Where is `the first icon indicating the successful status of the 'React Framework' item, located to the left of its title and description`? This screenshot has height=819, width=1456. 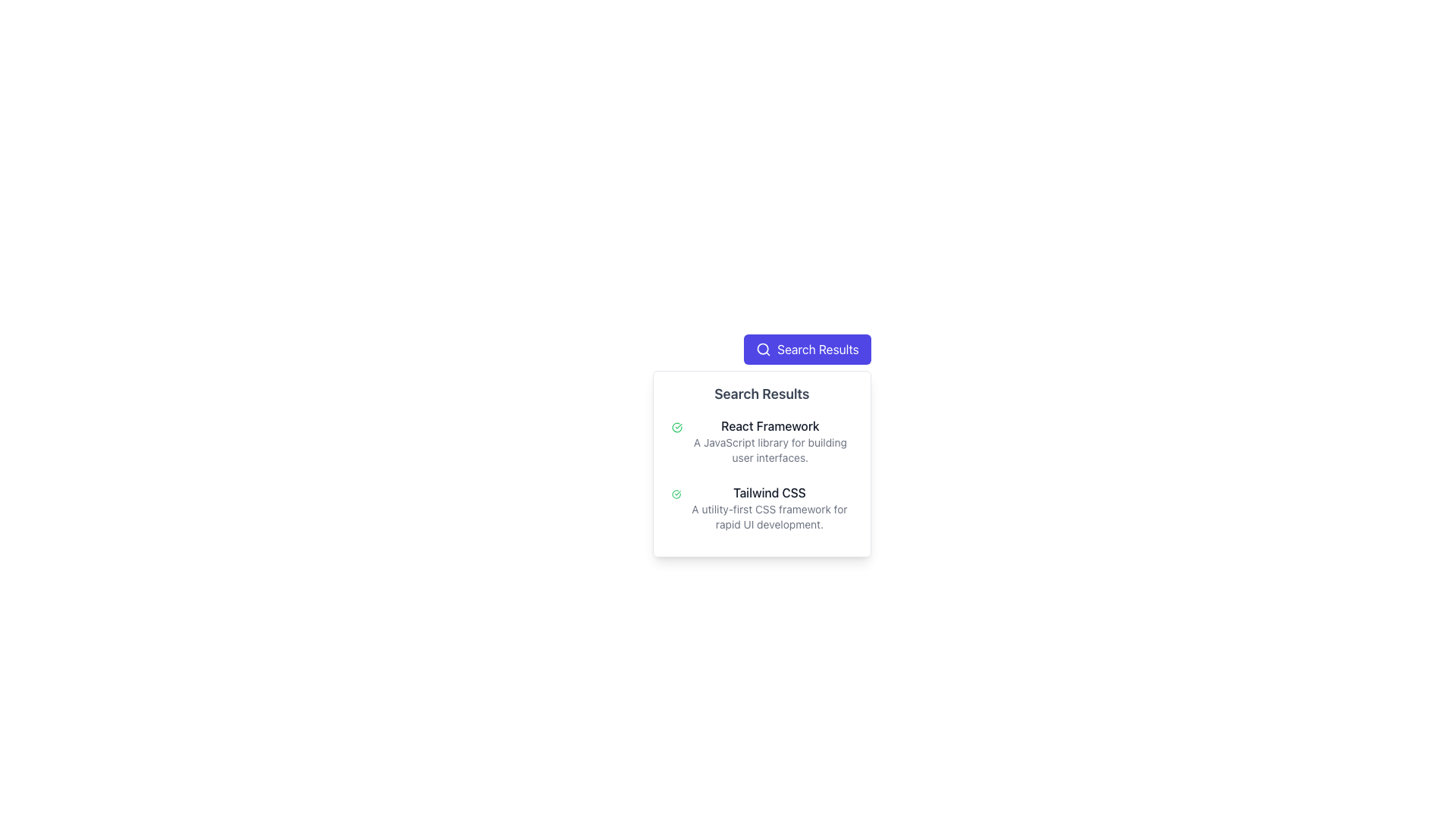
the first icon indicating the successful status of the 'React Framework' item, located to the left of its title and description is located at coordinates (676, 427).